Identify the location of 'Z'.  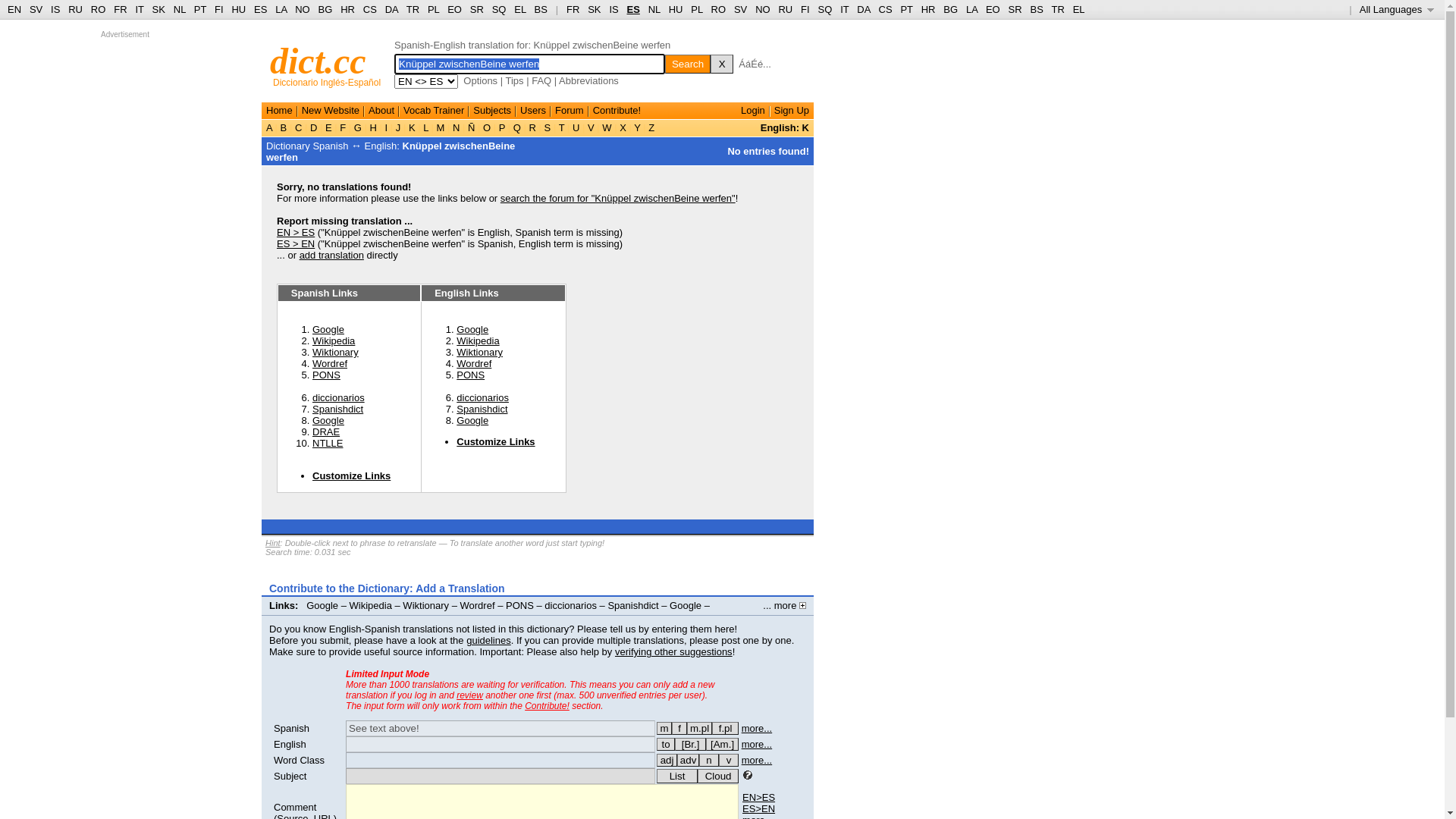
(651, 127).